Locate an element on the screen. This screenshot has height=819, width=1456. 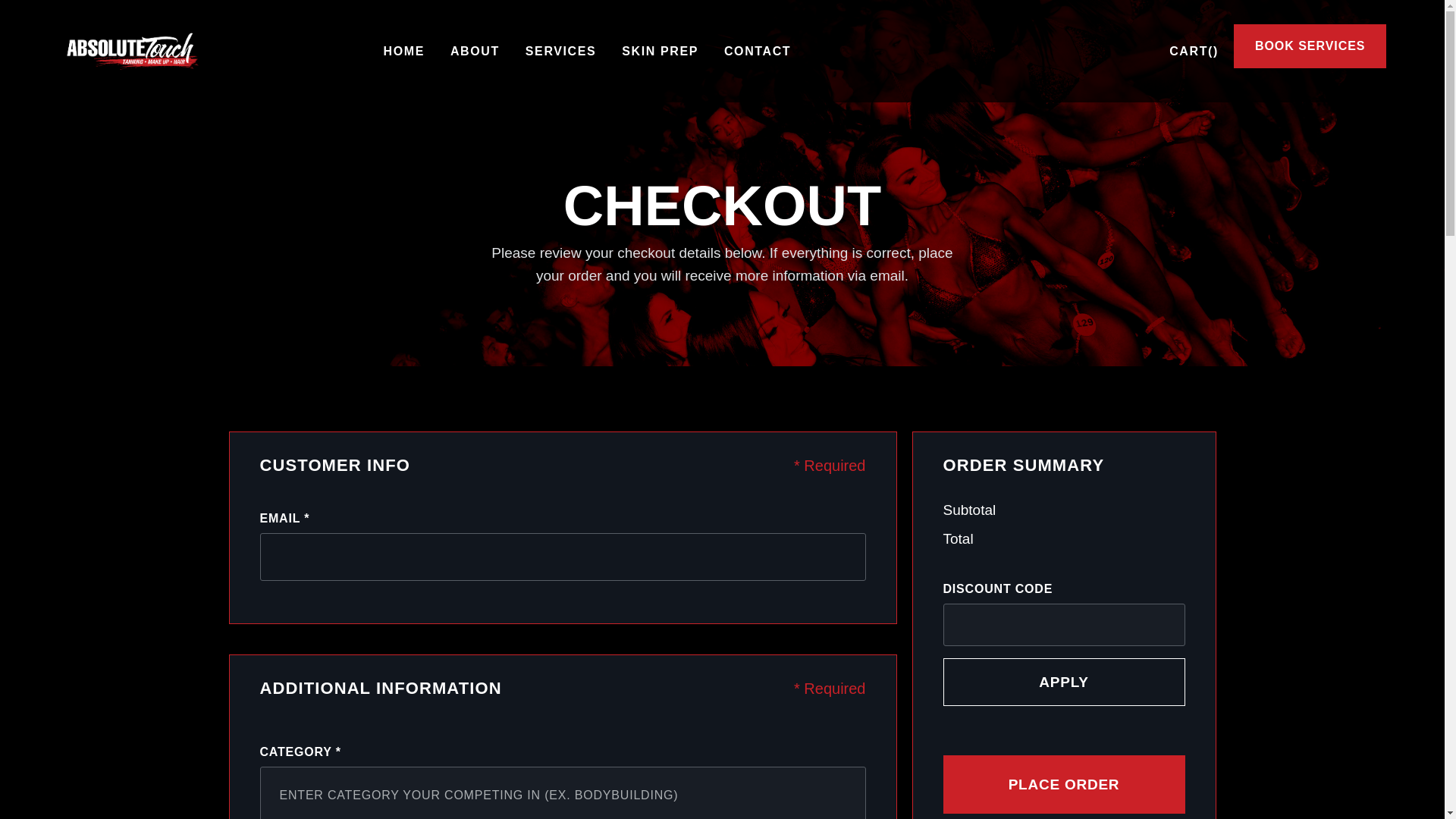
'SERVICES' is located at coordinates (560, 51).